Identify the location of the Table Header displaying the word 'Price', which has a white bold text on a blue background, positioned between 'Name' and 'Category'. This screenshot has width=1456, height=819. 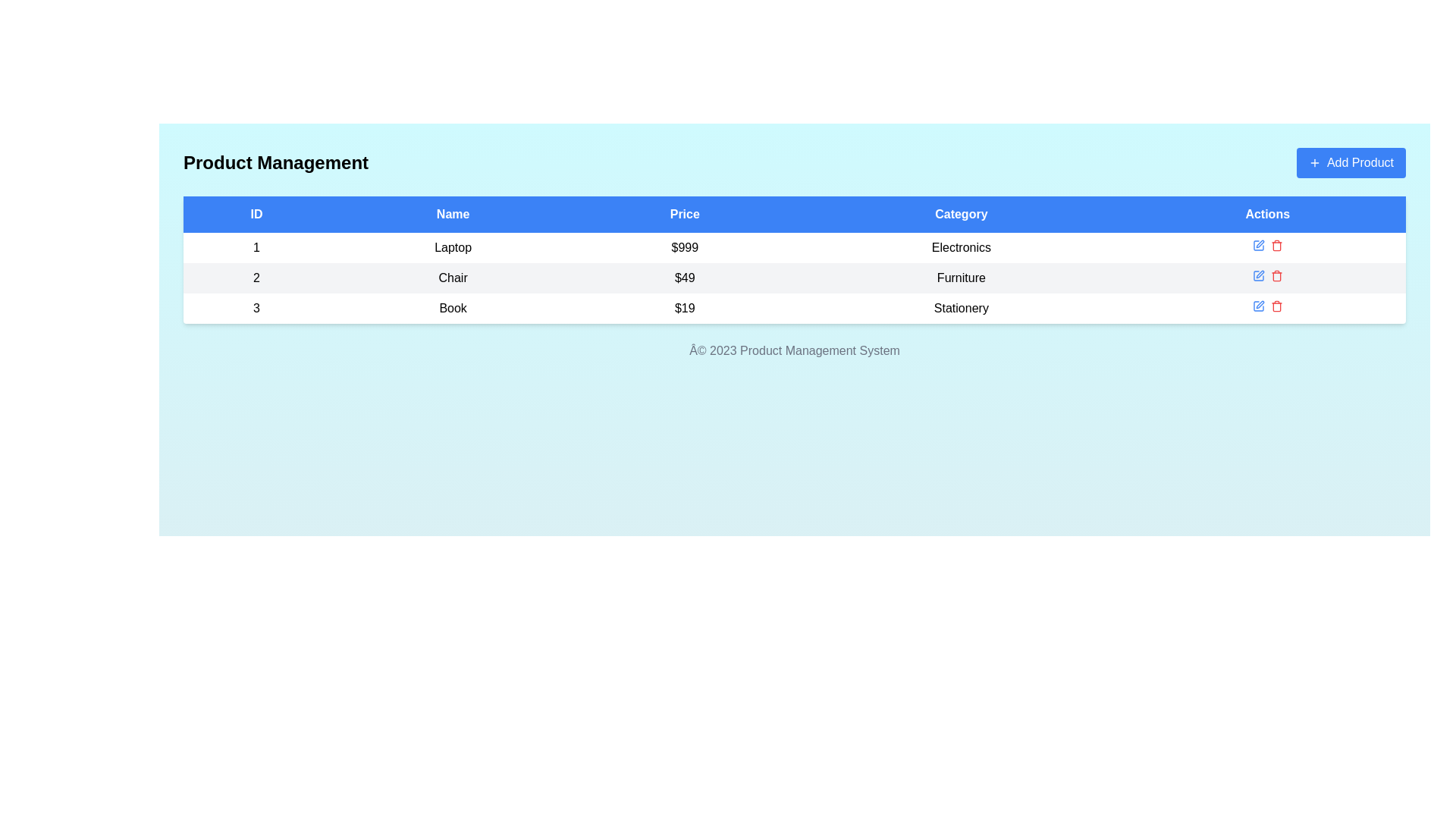
(684, 214).